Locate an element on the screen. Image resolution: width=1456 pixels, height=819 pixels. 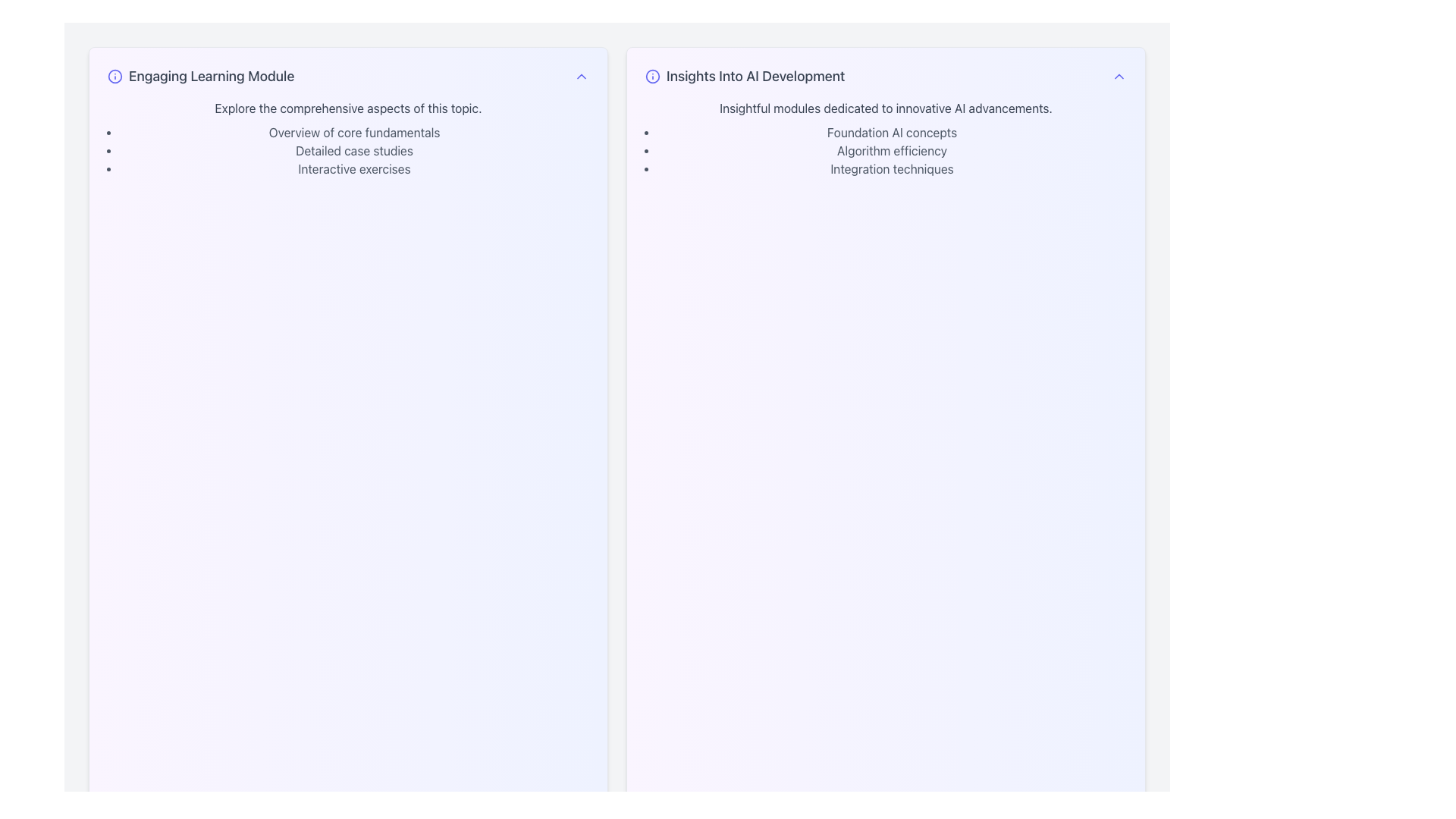
the information icon, which is a circular icon with an 'i' inside, located in the top-left corner of the 'Insights Into AI Development' section is located at coordinates (652, 76).